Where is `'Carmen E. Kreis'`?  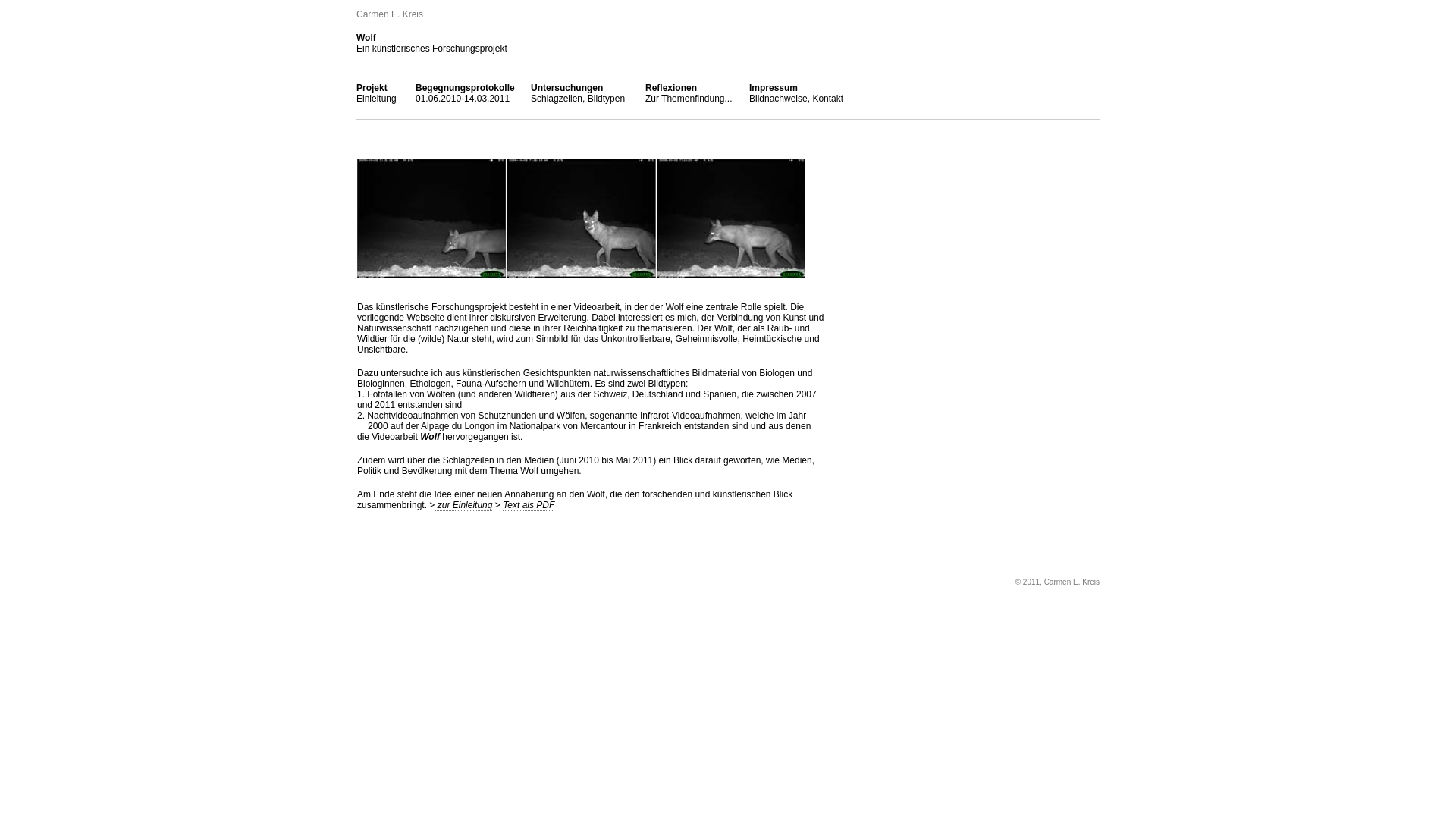 'Carmen E. Kreis' is located at coordinates (389, 14).